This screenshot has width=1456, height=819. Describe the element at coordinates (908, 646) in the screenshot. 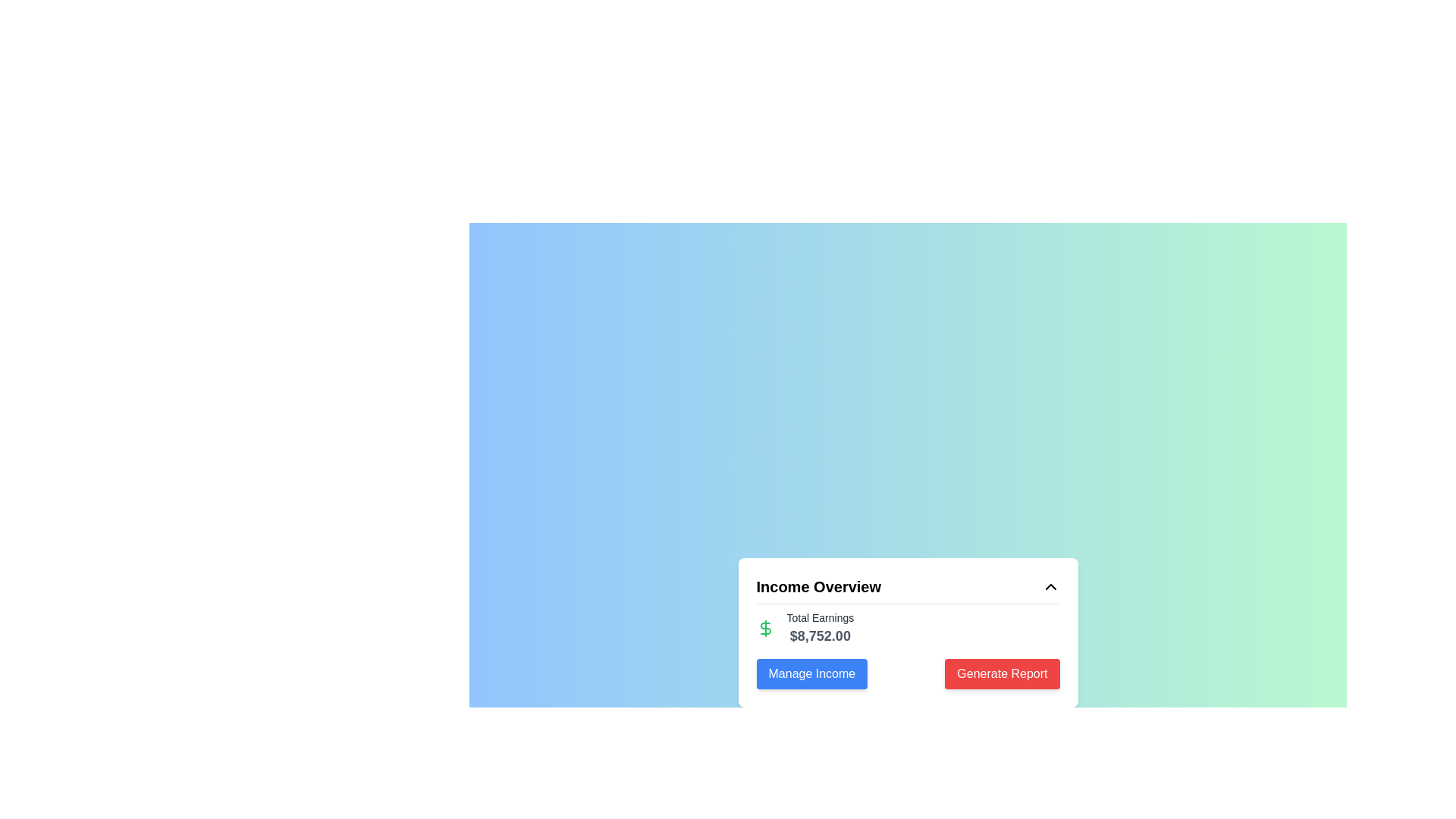

I see `the 'Income Overview' section` at that location.